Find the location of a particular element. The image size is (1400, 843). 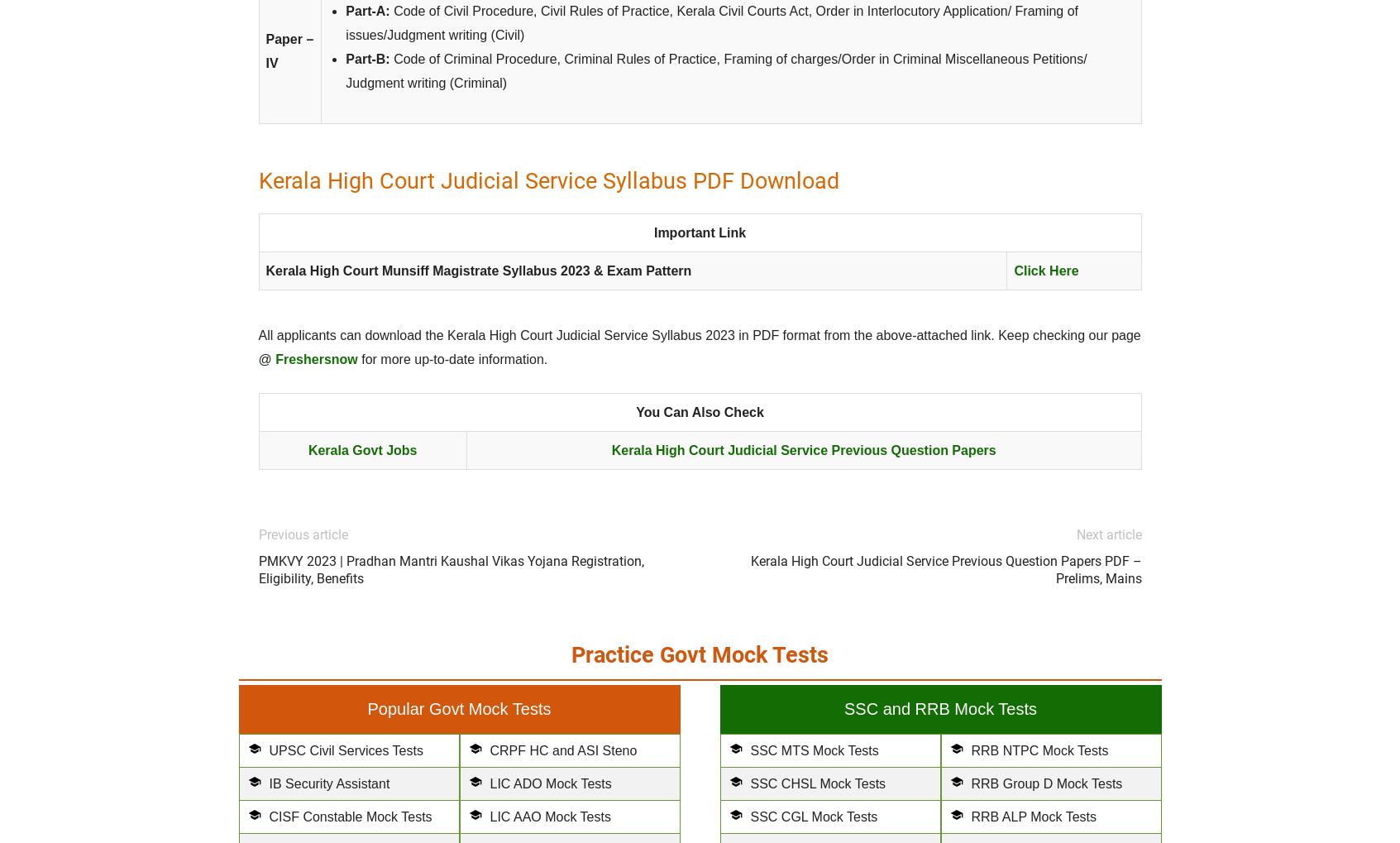

'Paper – IV' is located at coordinates (289, 50).